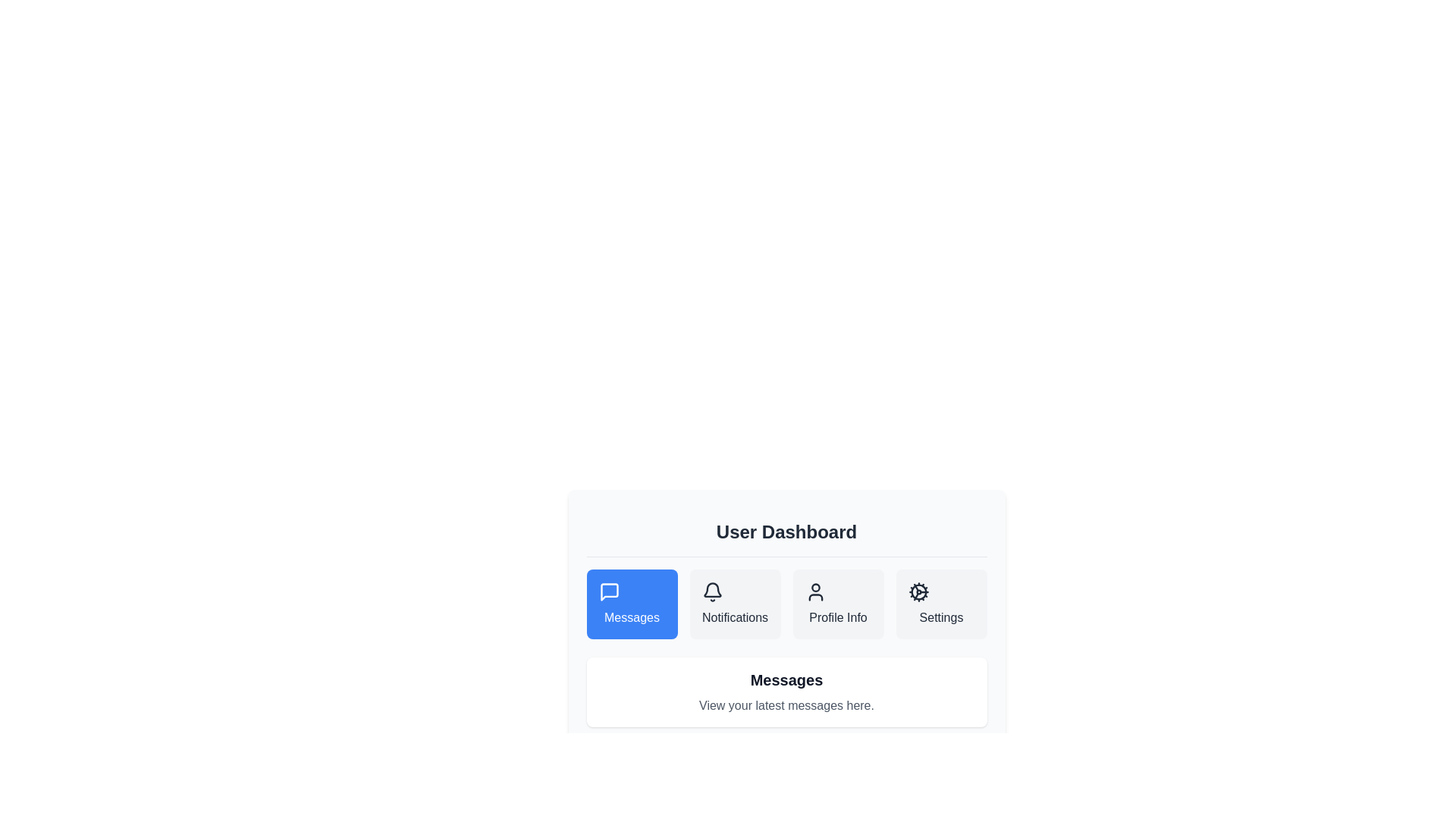 The width and height of the screenshot is (1456, 819). I want to click on the Notifications icon to inspect it, so click(711, 591).